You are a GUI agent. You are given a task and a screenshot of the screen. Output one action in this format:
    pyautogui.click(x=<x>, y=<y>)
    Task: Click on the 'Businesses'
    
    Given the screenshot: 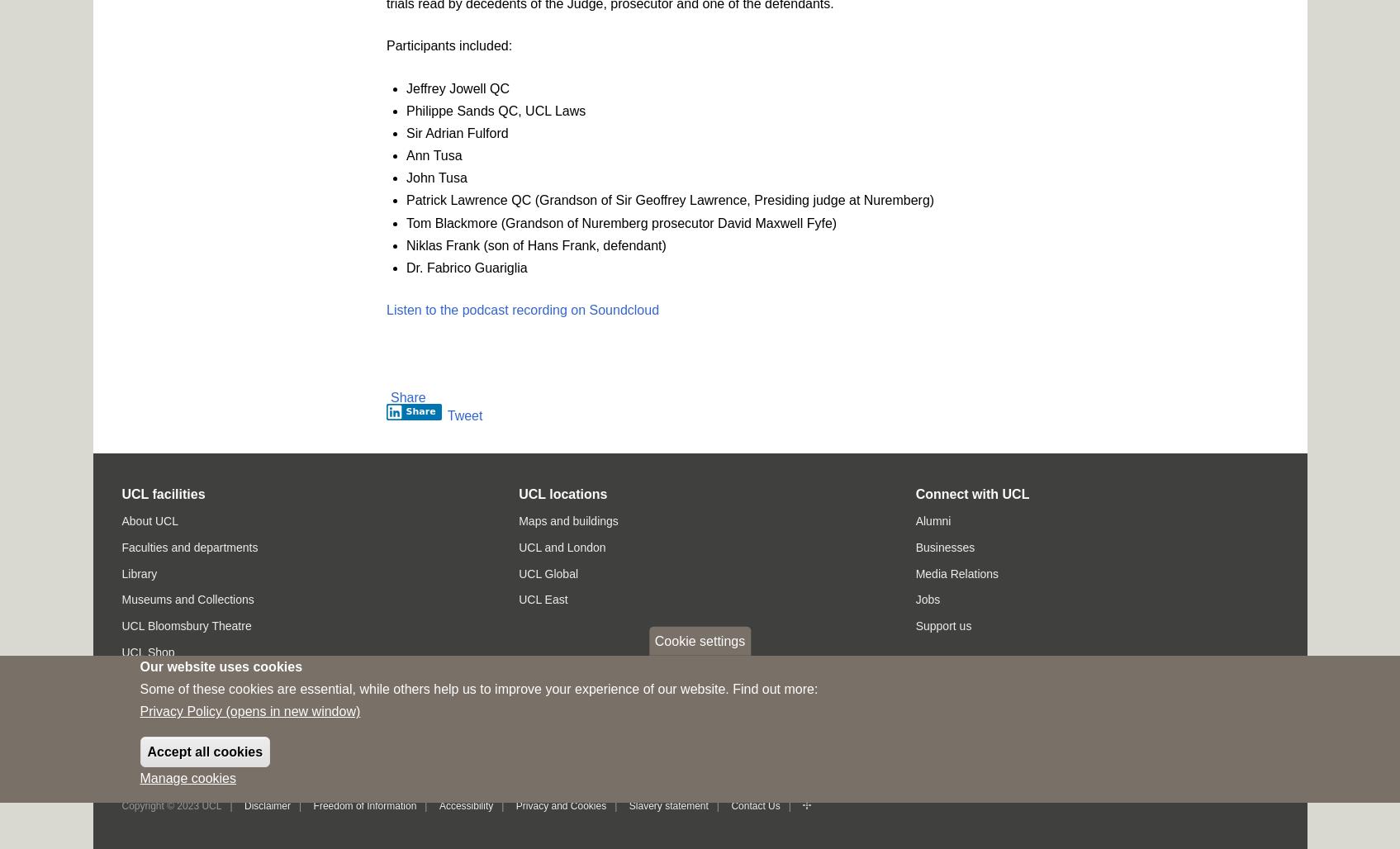 What is the action you would take?
    pyautogui.click(x=943, y=547)
    